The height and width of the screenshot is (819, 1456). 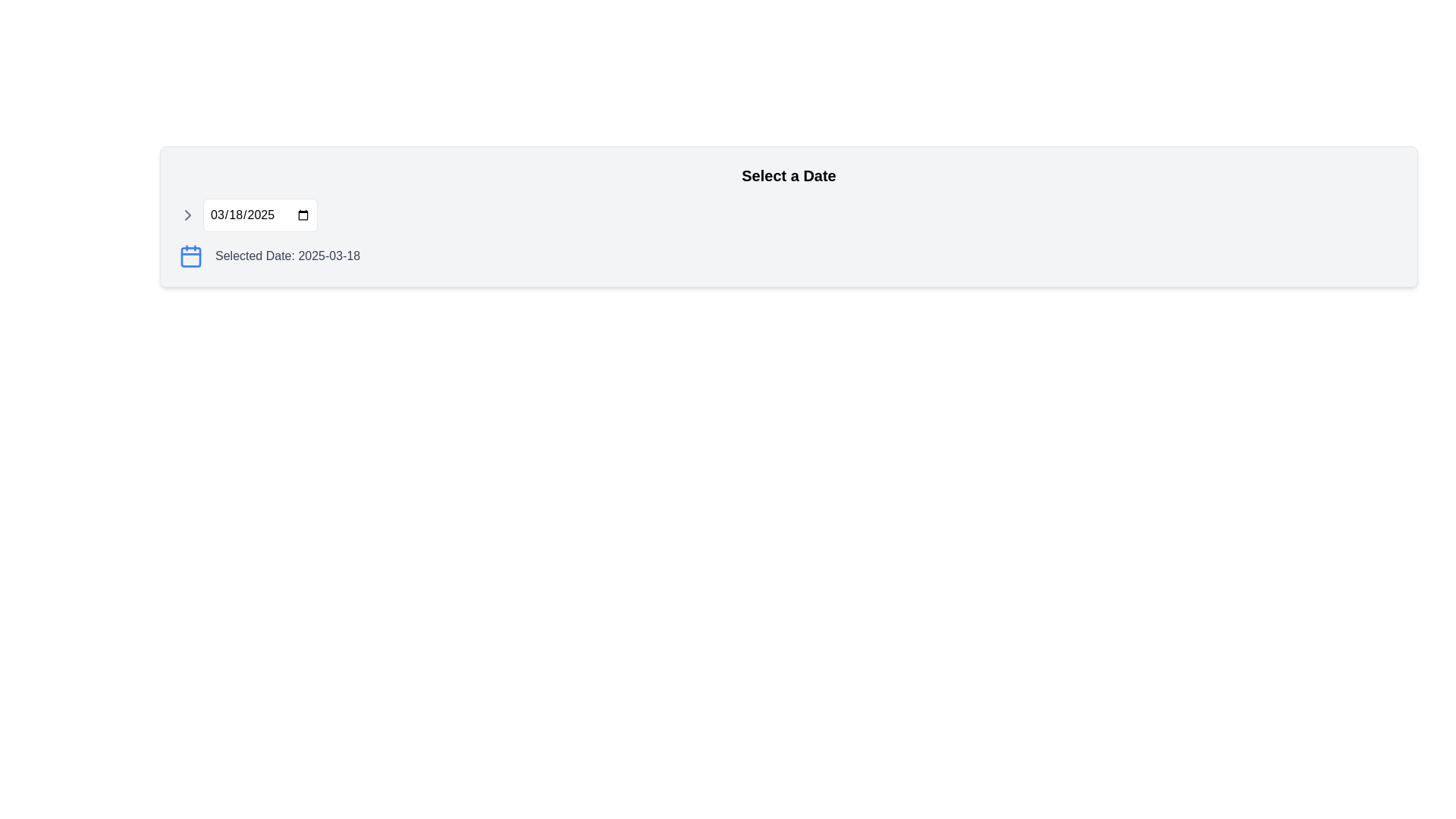 I want to click on the right-pointing chevron icon located to the left of the date input field labeled '03/18/2025', so click(x=187, y=215).